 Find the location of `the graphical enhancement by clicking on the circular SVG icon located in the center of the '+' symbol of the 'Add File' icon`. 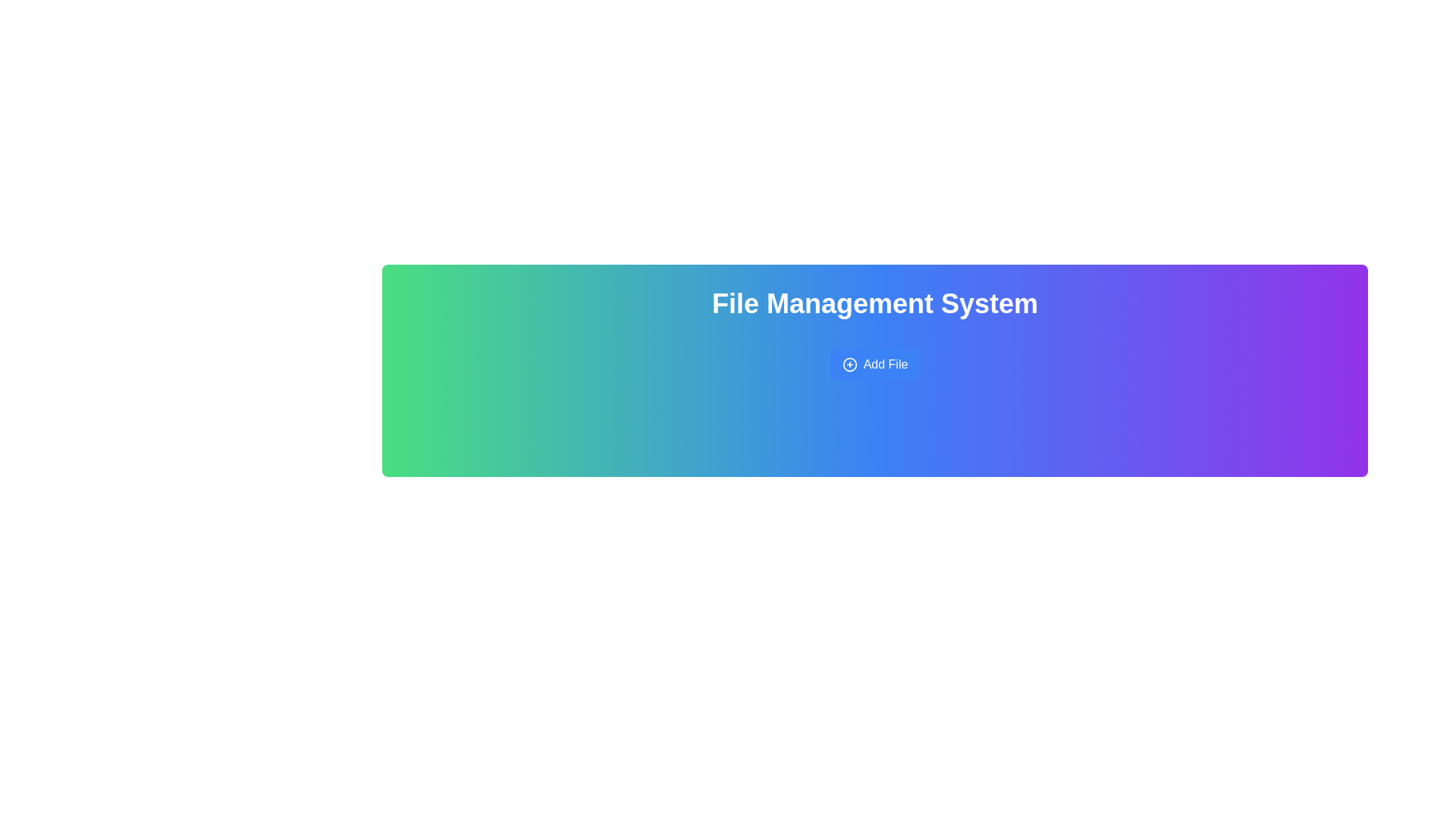

the graphical enhancement by clicking on the circular SVG icon located in the center of the '+' symbol of the 'Add File' icon is located at coordinates (849, 365).